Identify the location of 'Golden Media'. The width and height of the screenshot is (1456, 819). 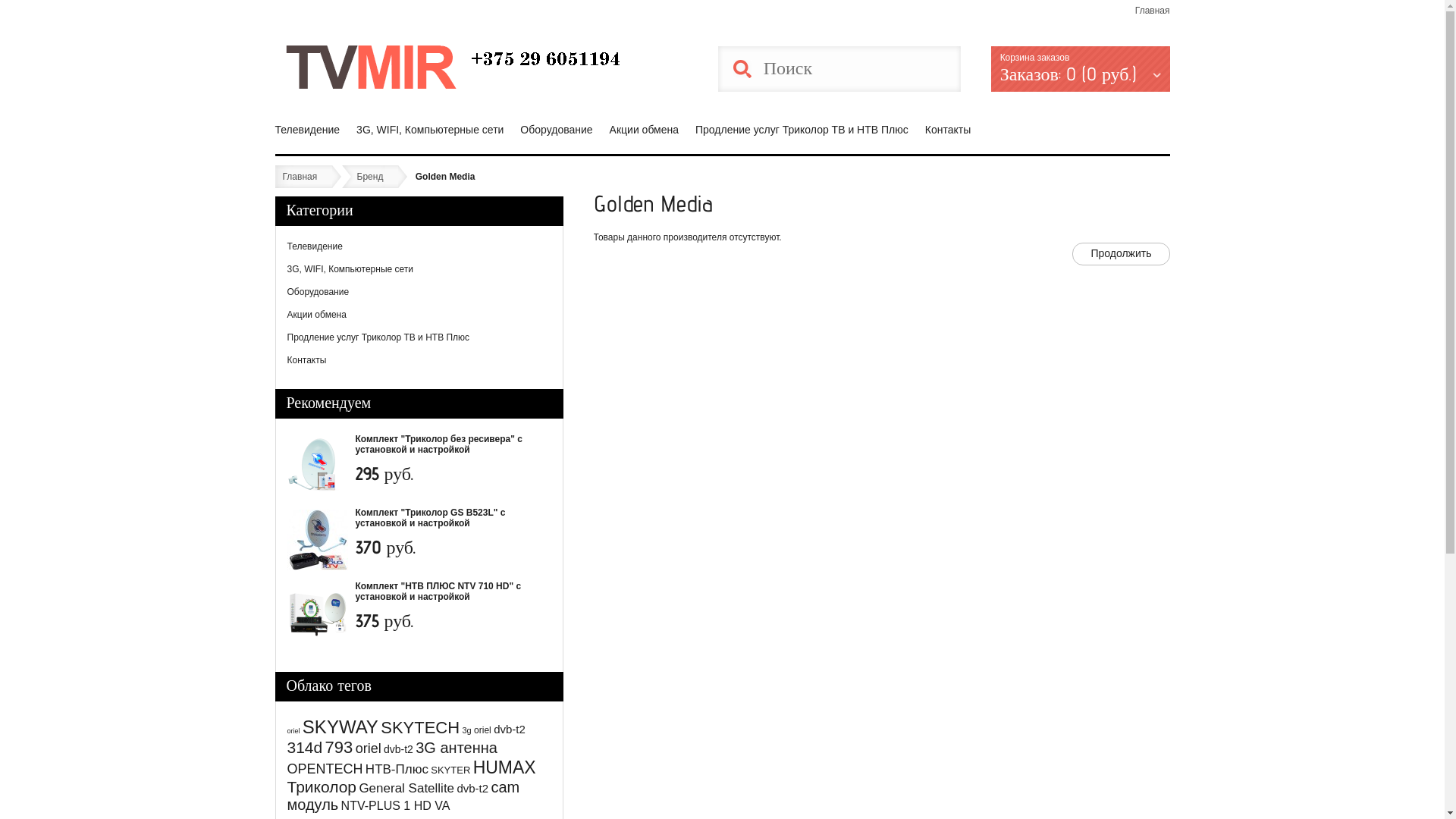
(415, 175).